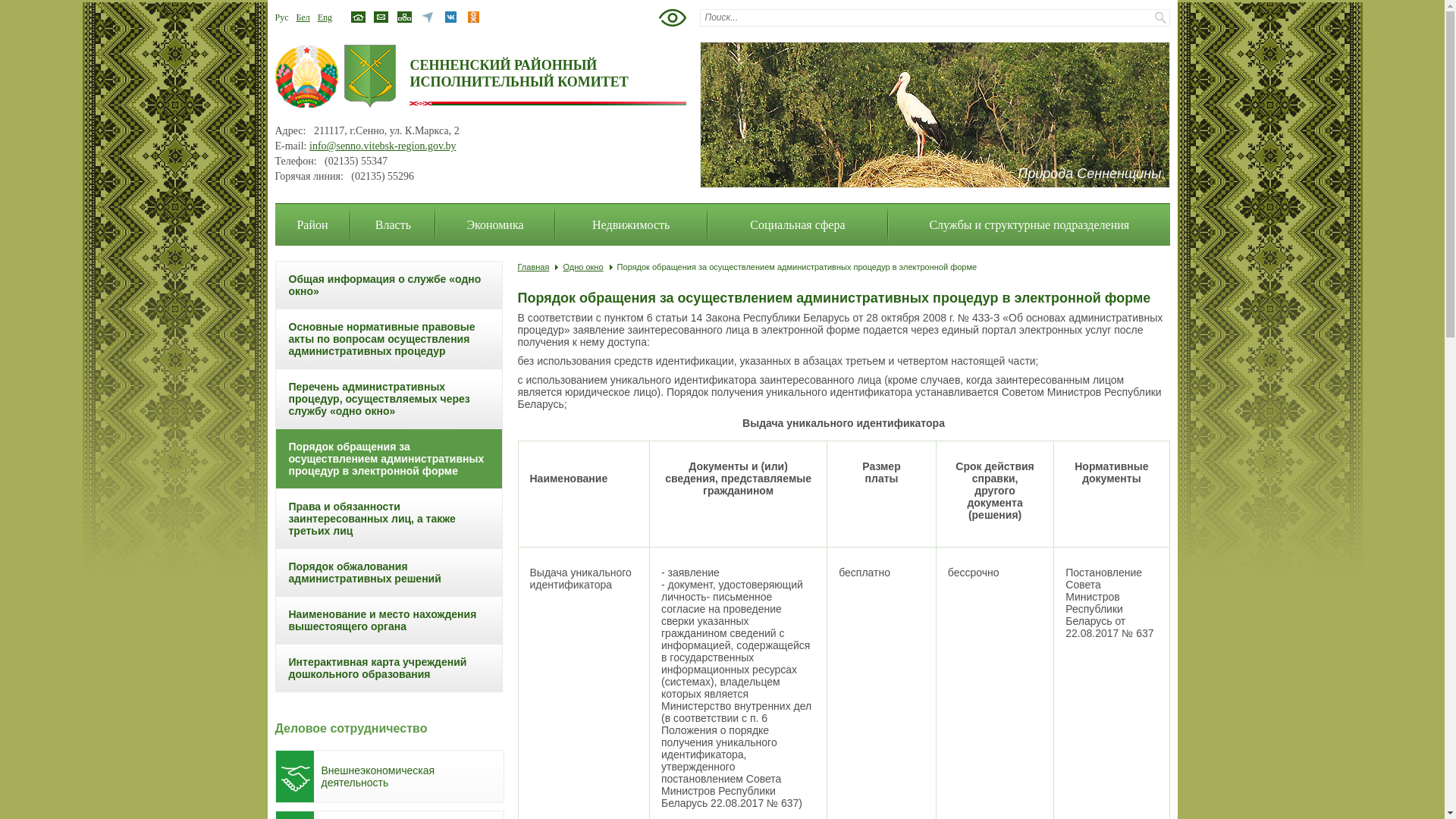  I want to click on 'telegram', so click(426, 20).